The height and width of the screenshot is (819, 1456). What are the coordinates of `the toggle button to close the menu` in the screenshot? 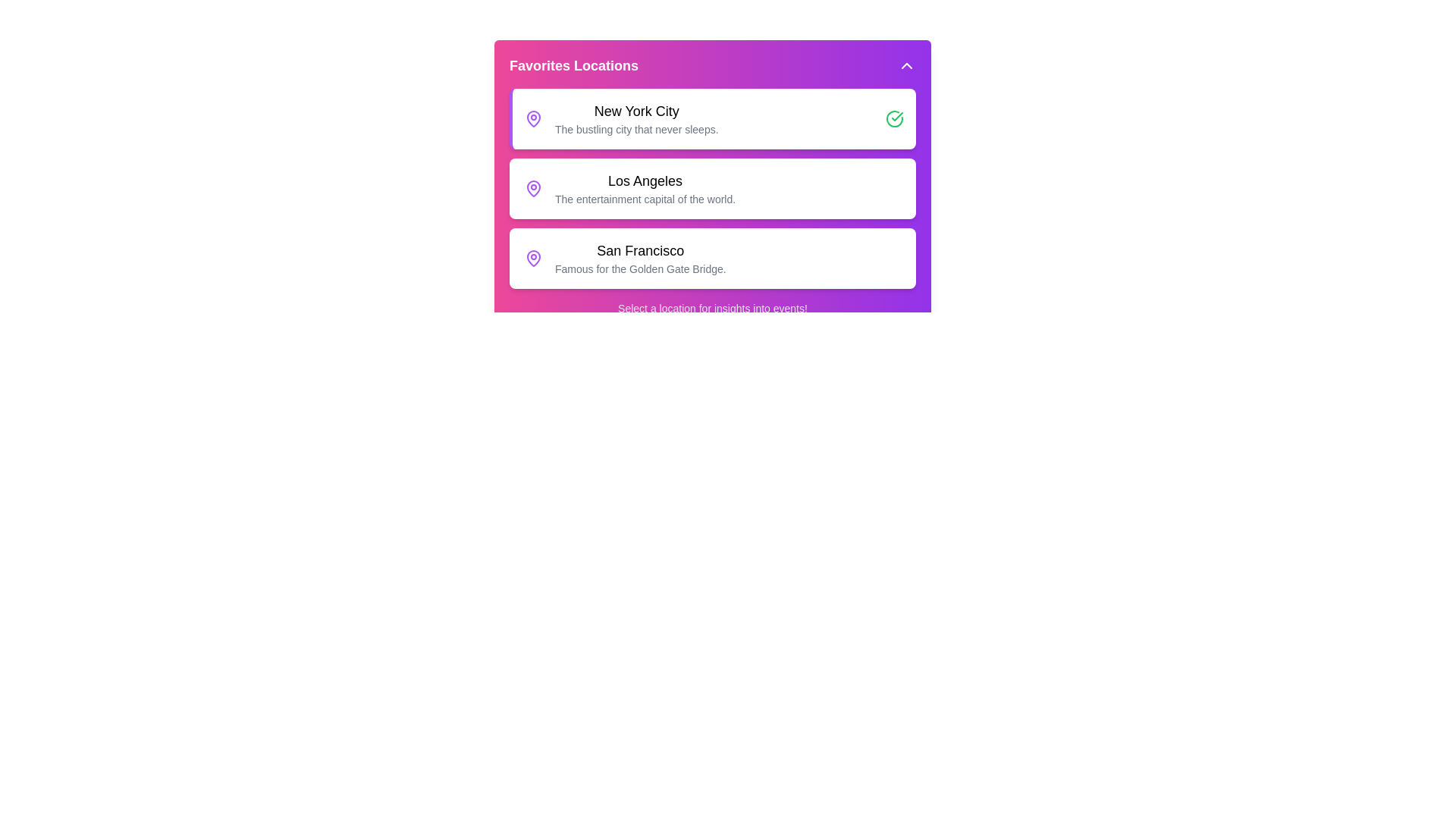 It's located at (906, 65).